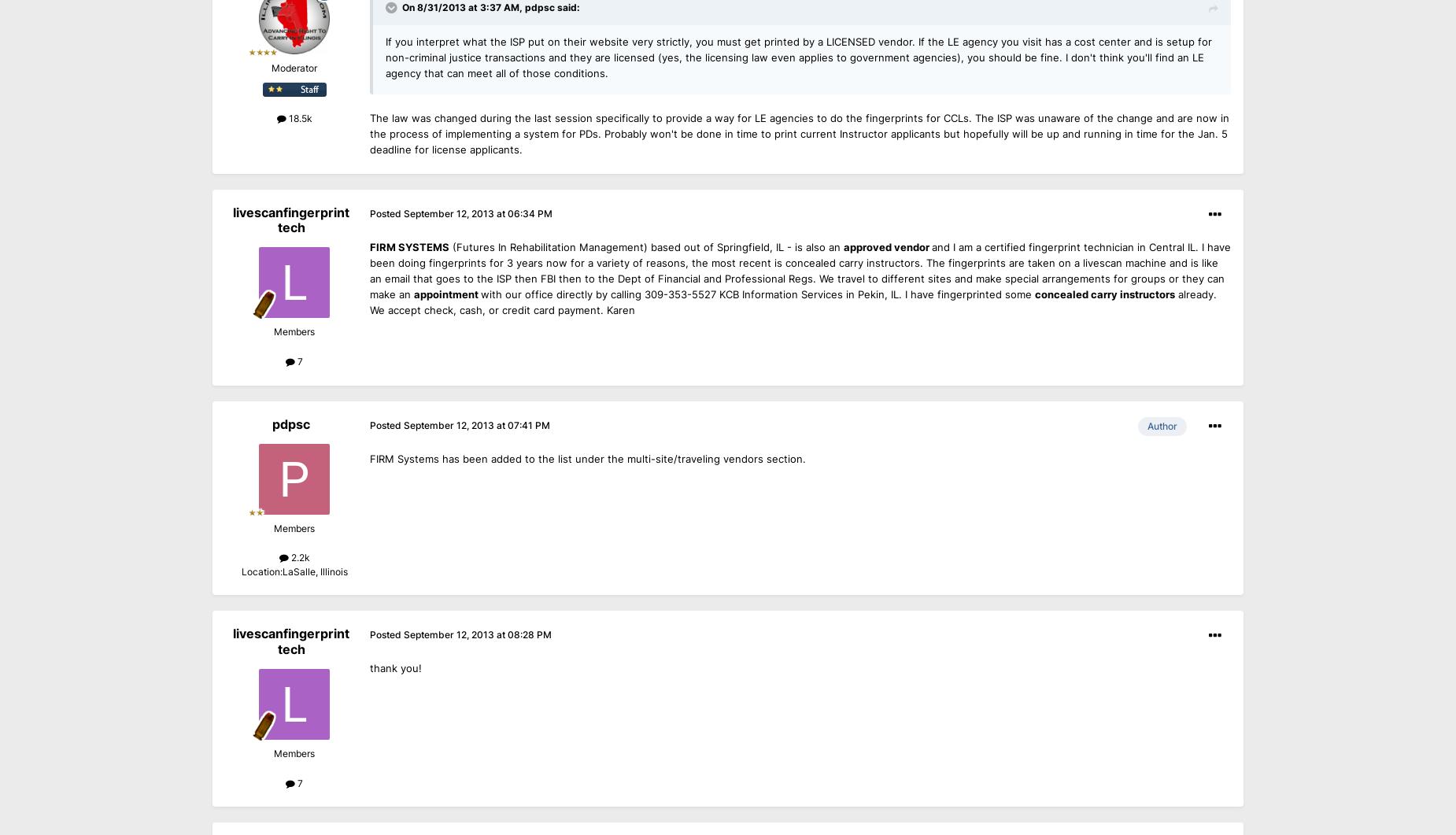  What do you see at coordinates (1104, 294) in the screenshot?
I see `'concealed carry instructors'` at bounding box center [1104, 294].